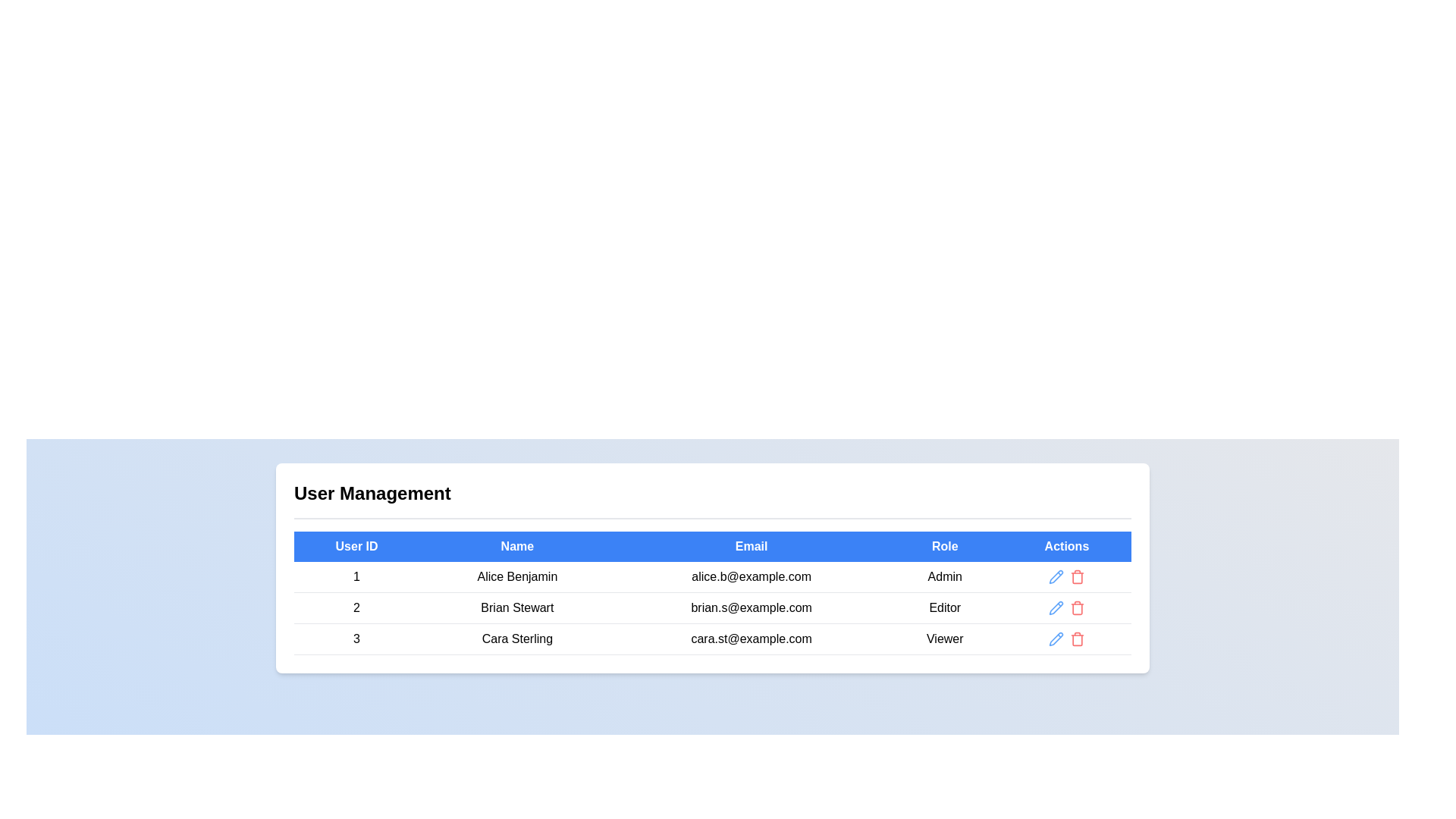 The width and height of the screenshot is (1456, 819). I want to click on the blue pencil icon button in the last row of the 'Actions' column under the 'User Management' section, so click(1055, 639).